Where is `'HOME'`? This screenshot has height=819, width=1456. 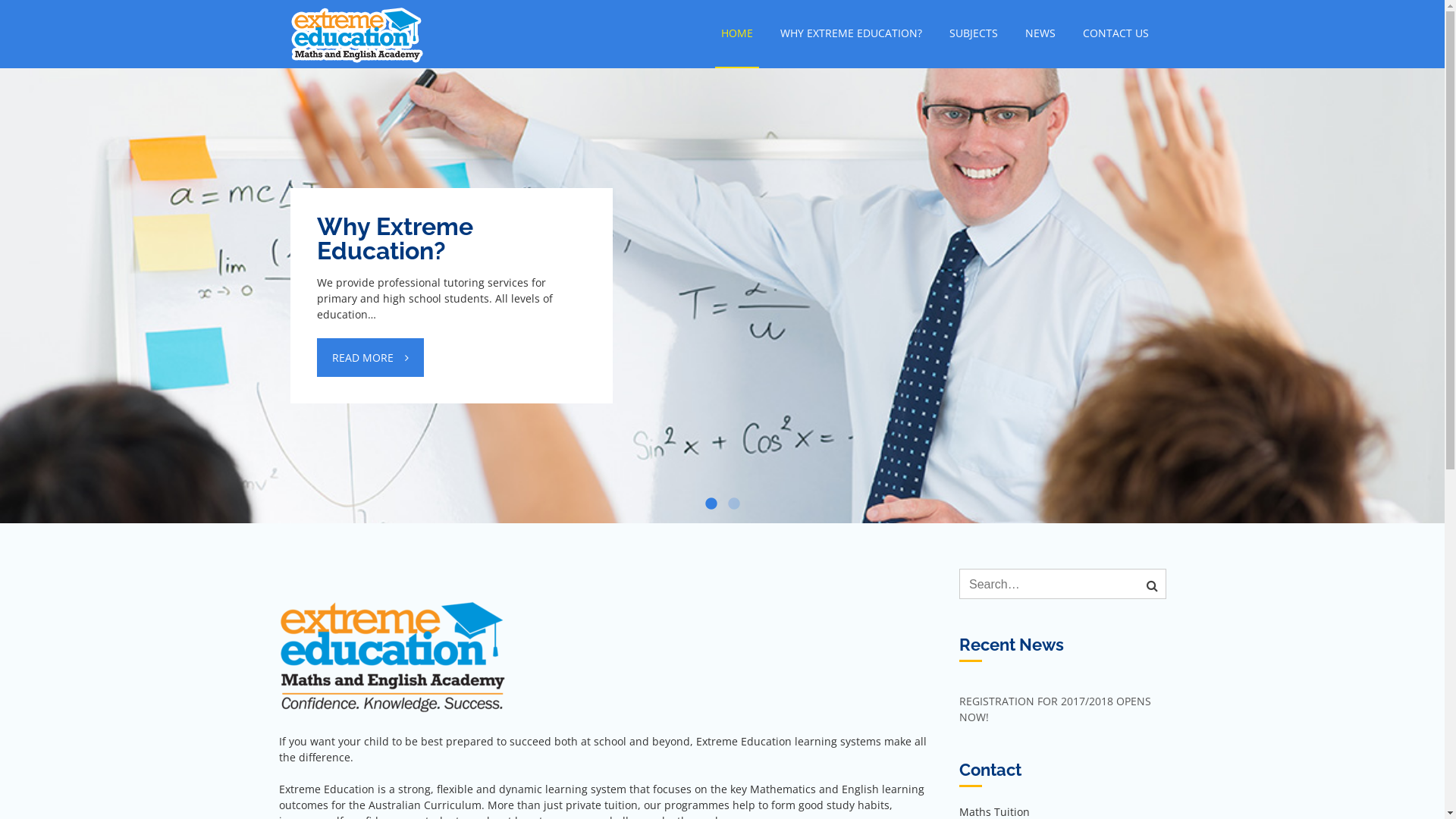 'HOME' is located at coordinates (736, 34).